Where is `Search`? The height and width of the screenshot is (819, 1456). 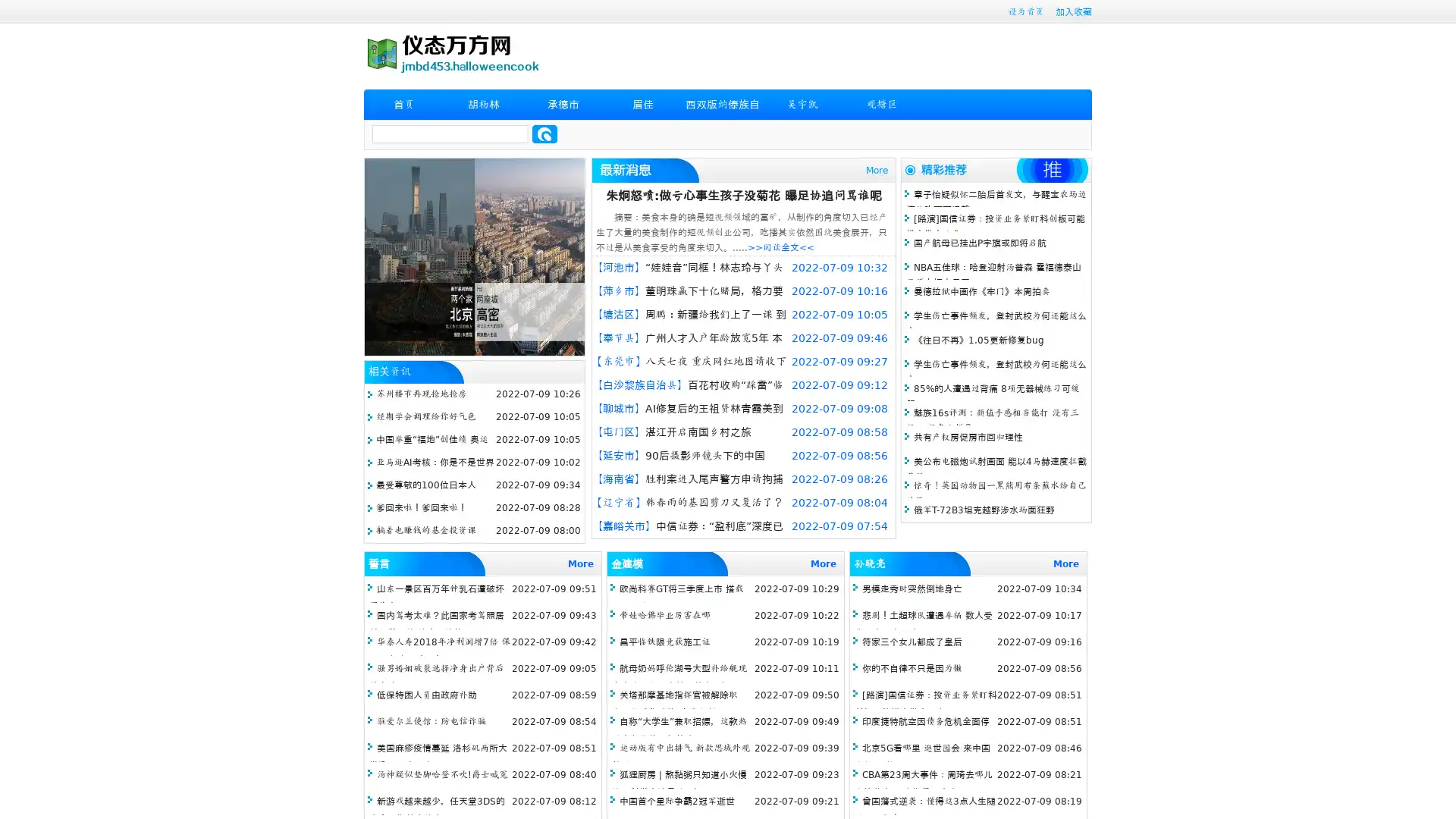 Search is located at coordinates (544, 133).